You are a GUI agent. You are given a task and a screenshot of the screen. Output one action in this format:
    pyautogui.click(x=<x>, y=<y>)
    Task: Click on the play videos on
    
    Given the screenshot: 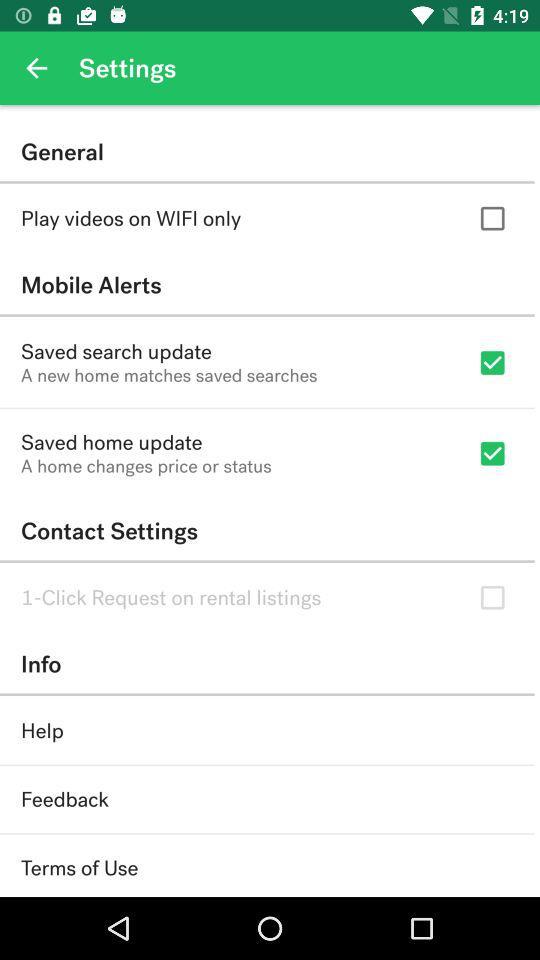 What is the action you would take?
    pyautogui.click(x=131, y=218)
    